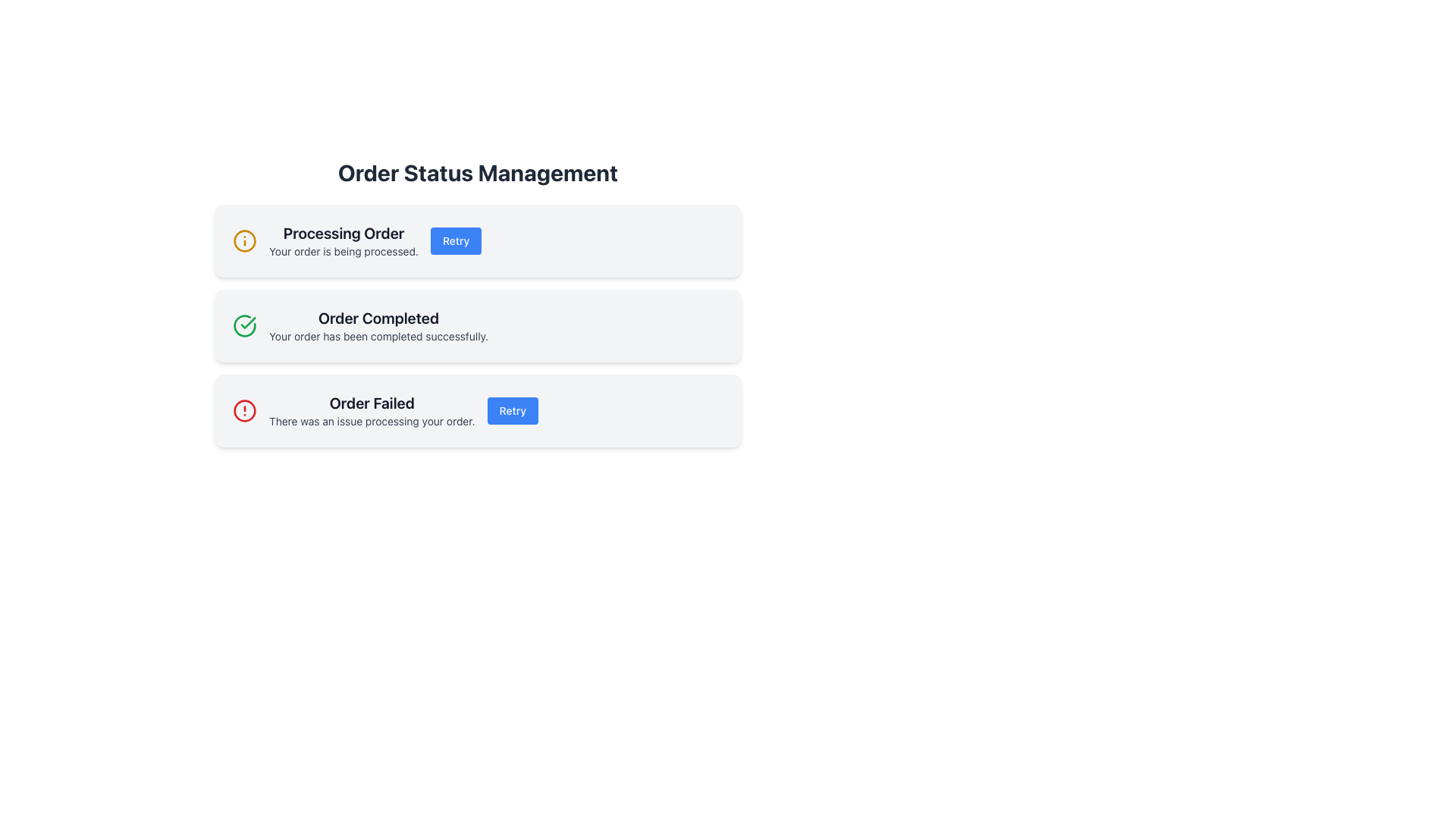 The image size is (1456, 819). Describe the element at coordinates (378, 325) in the screenshot. I see `textual notification element that displays the title 'Order Completed' and the description 'Your order has been completed successfully.'` at that location.